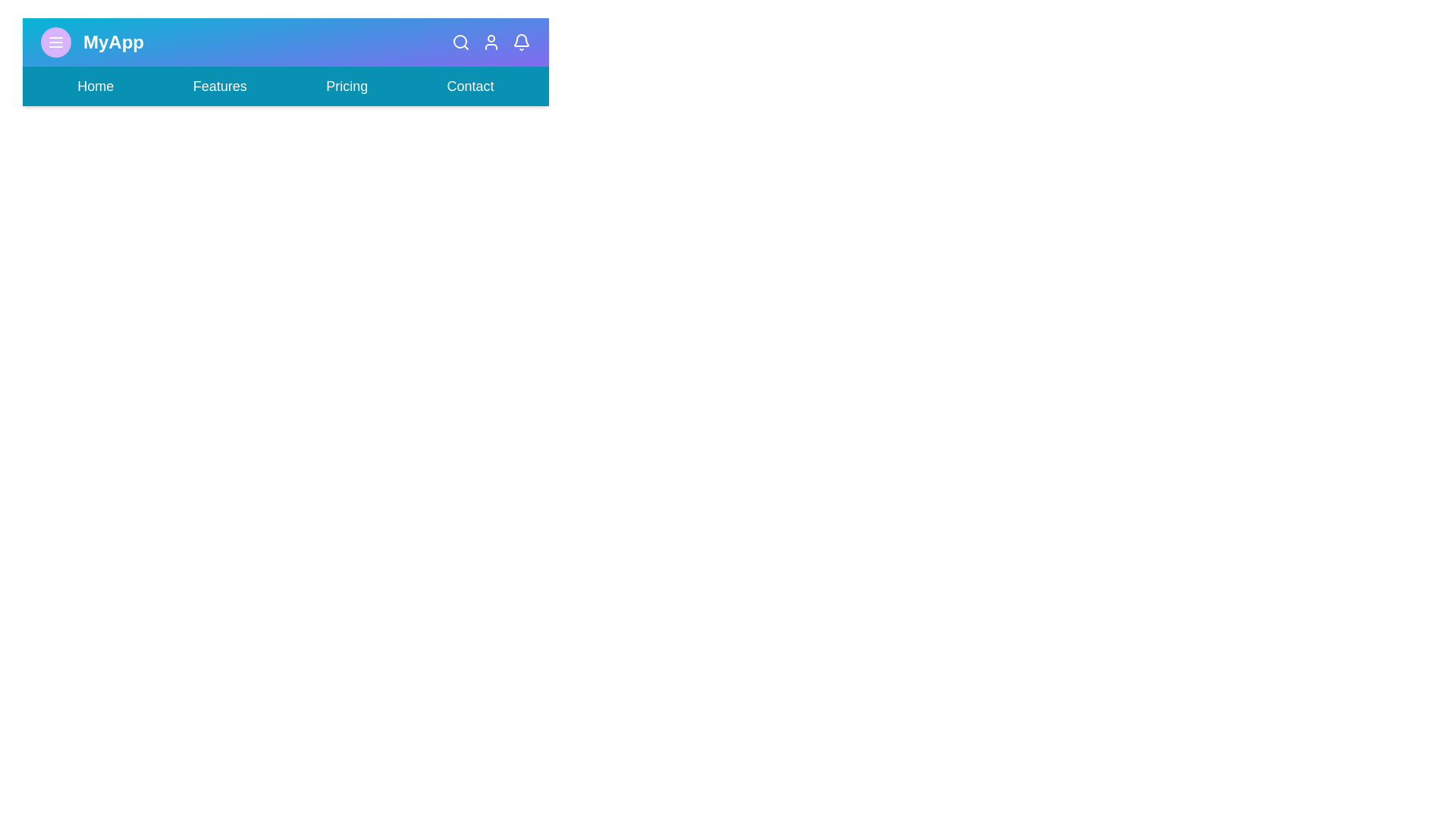 The height and width of the screenshot is (819, 1456). Describe the element at coordinates (469, 86) in the screenshot. I see `the navigation link Contact to navigate to the corresponding section` at that location.